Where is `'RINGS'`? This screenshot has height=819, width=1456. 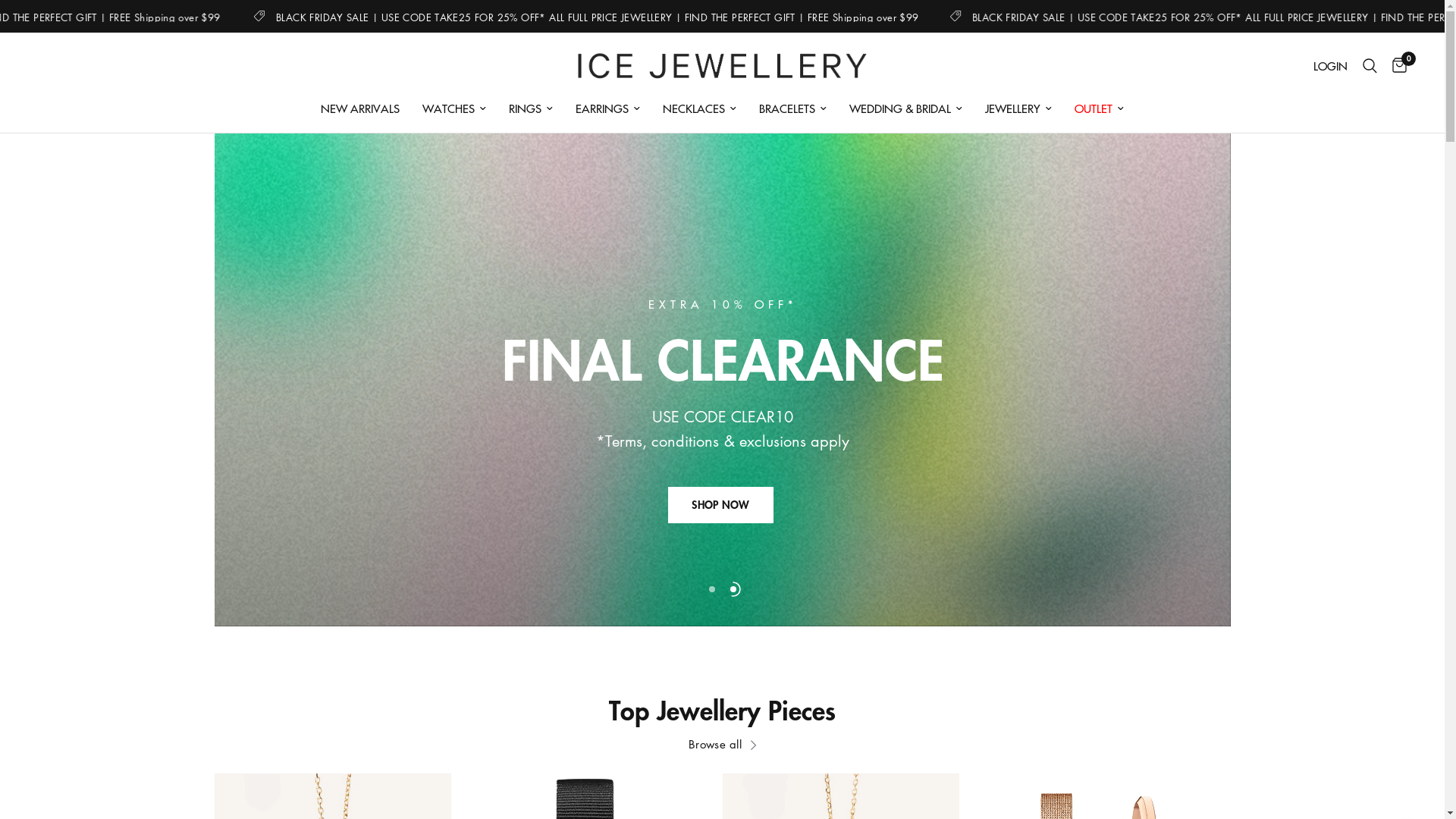
'RINGS' is located at coordinates (531, 107).